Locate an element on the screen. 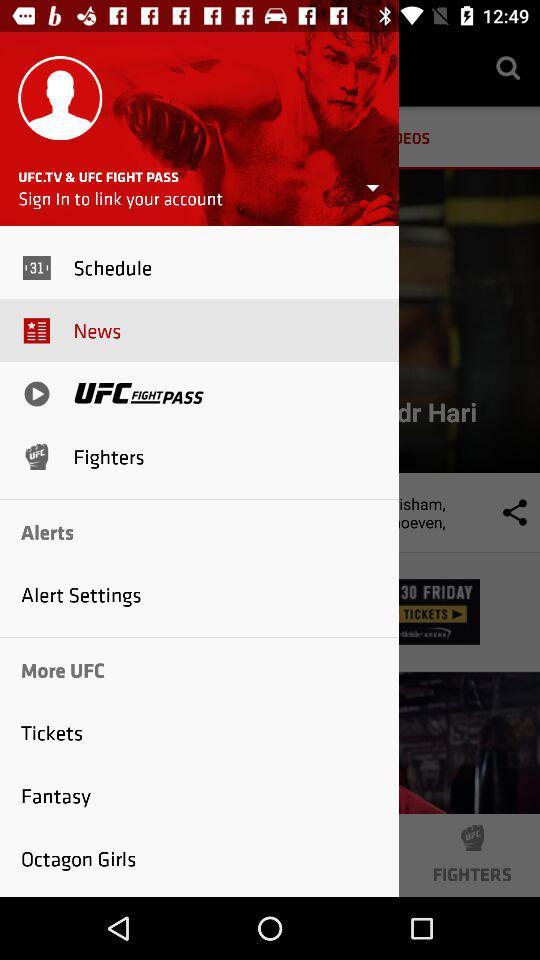  the symbol which is to the left of ufc fight pass is located at coordinates (36, 392).